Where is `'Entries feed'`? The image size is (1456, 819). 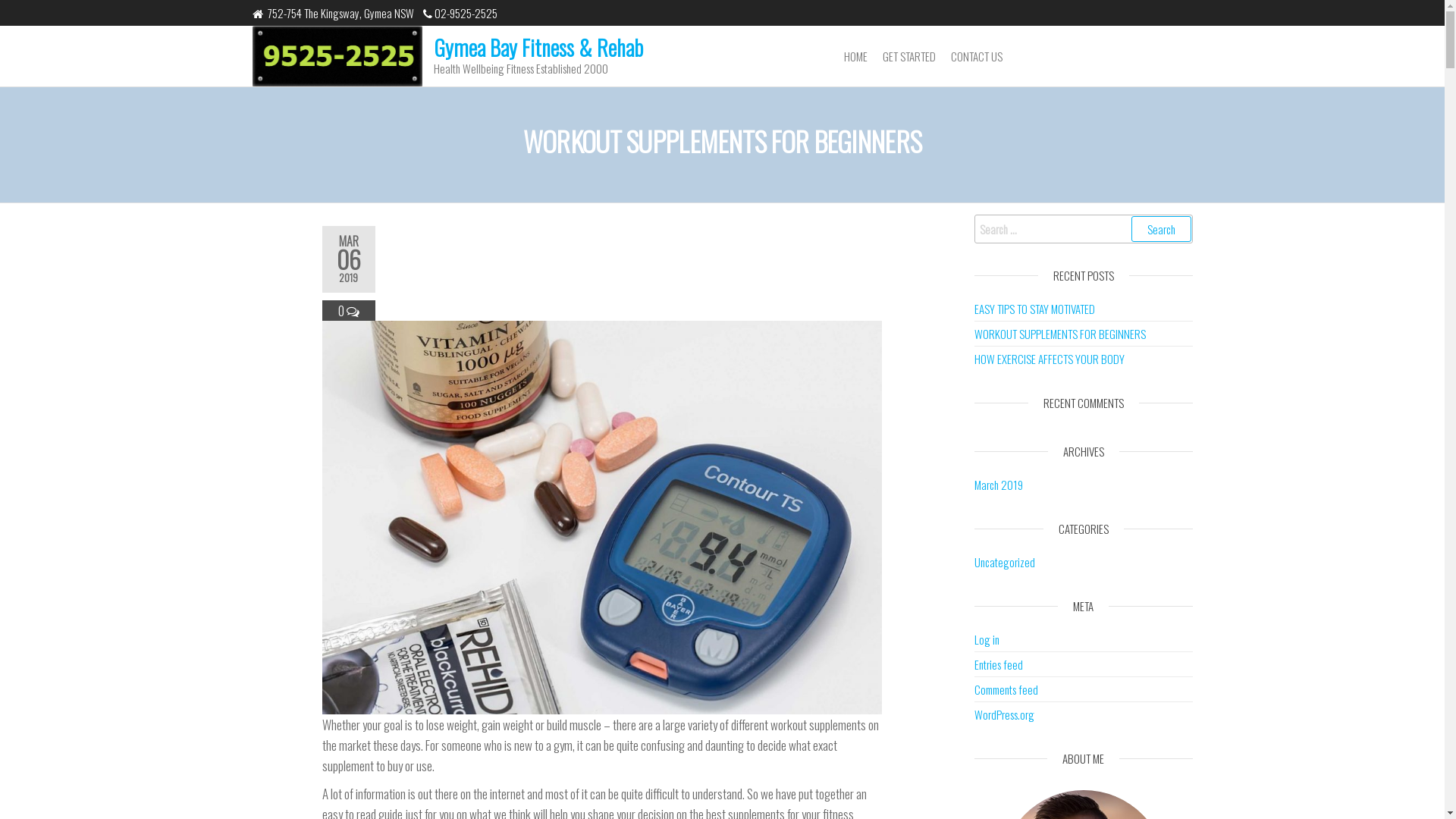 'Entries feed' is located at coordinates (998, 663).